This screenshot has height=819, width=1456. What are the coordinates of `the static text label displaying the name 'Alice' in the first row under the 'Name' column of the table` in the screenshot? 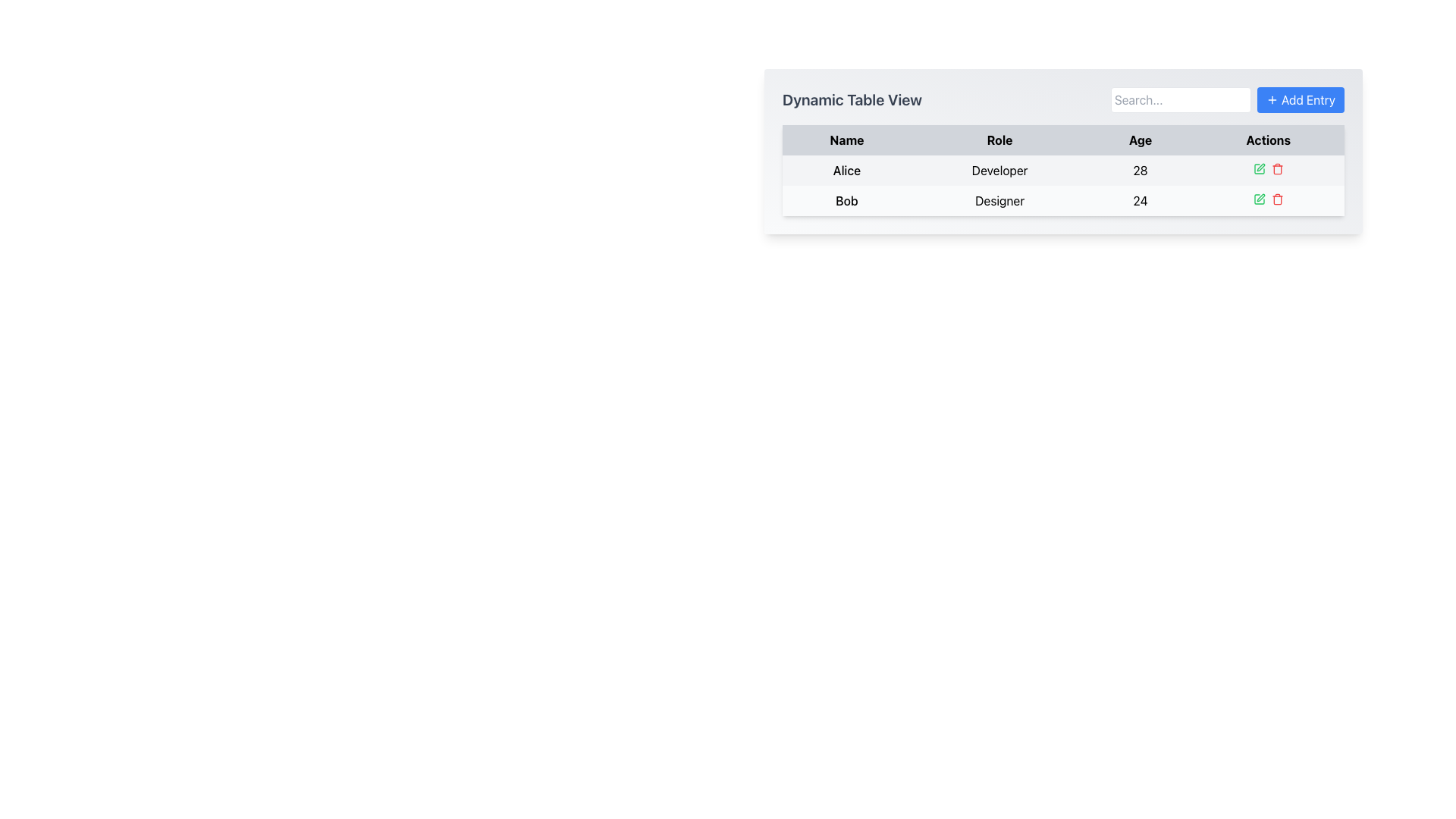 It's located at (846, 170).